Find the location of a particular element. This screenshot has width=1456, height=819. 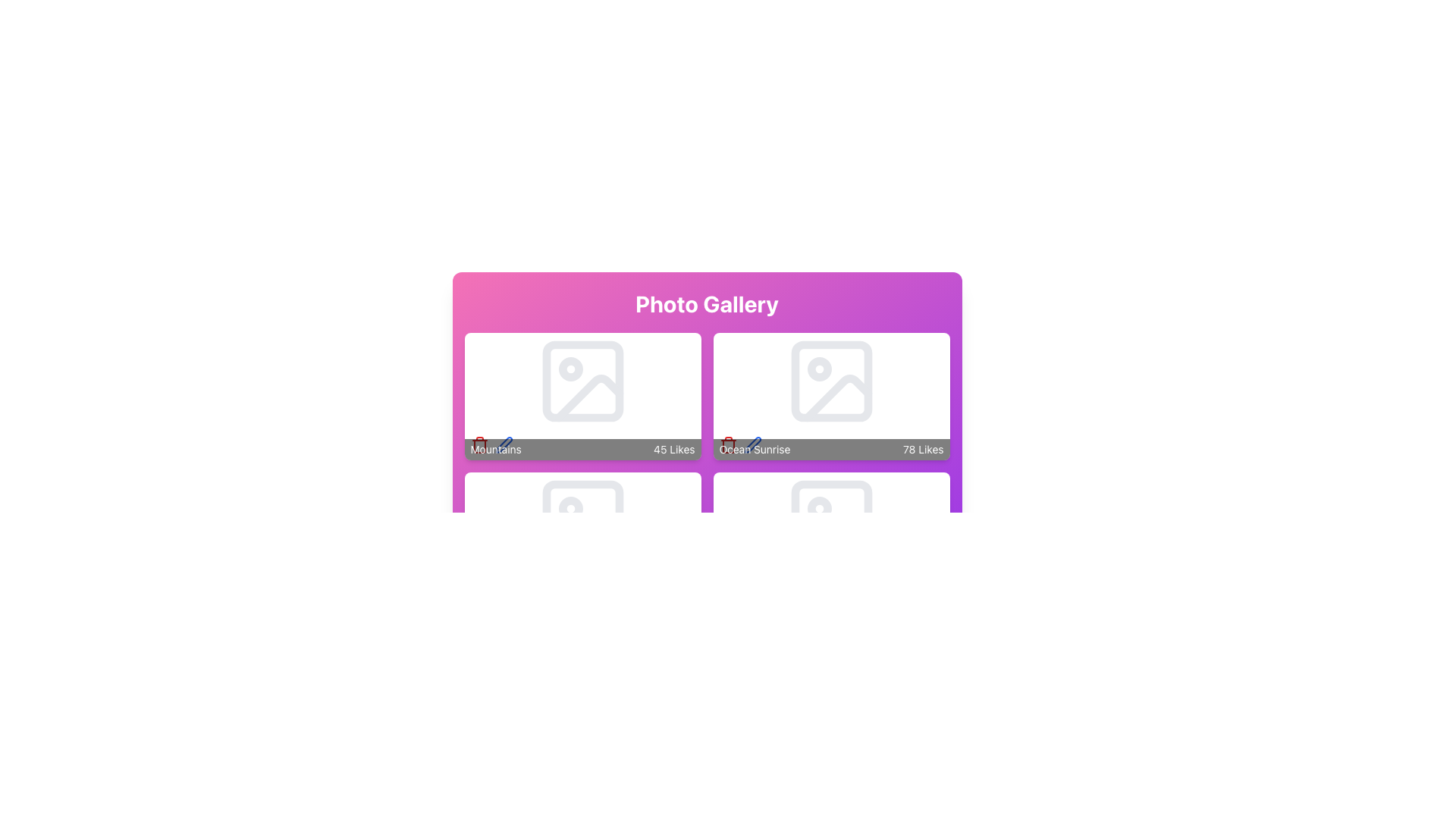

the trash can icon element, which is located below the top opening and above the base of the icon, centered horizontally within the icon is located at coordinates (479, 446).